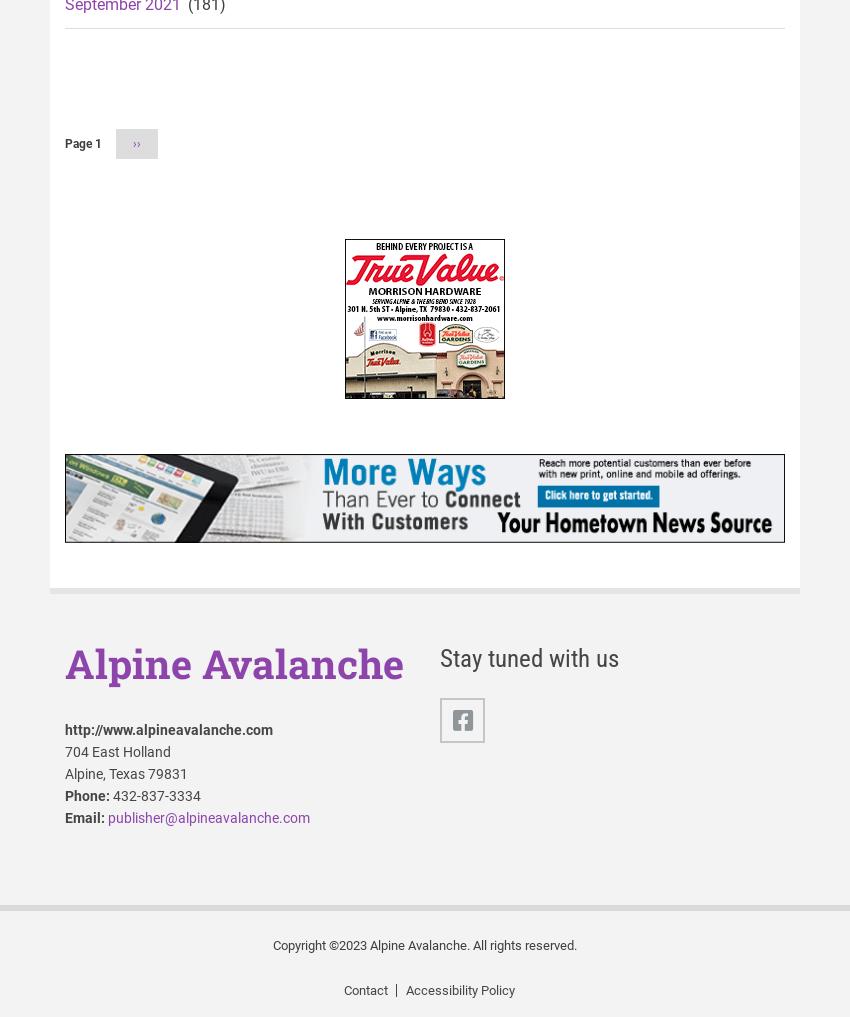 The image size is (850, 1017). What do you see at coordinates (208, 815) in the screenshot?
I see `'publisher@alpineavalanche.com'` at bounding box center [208, 815].